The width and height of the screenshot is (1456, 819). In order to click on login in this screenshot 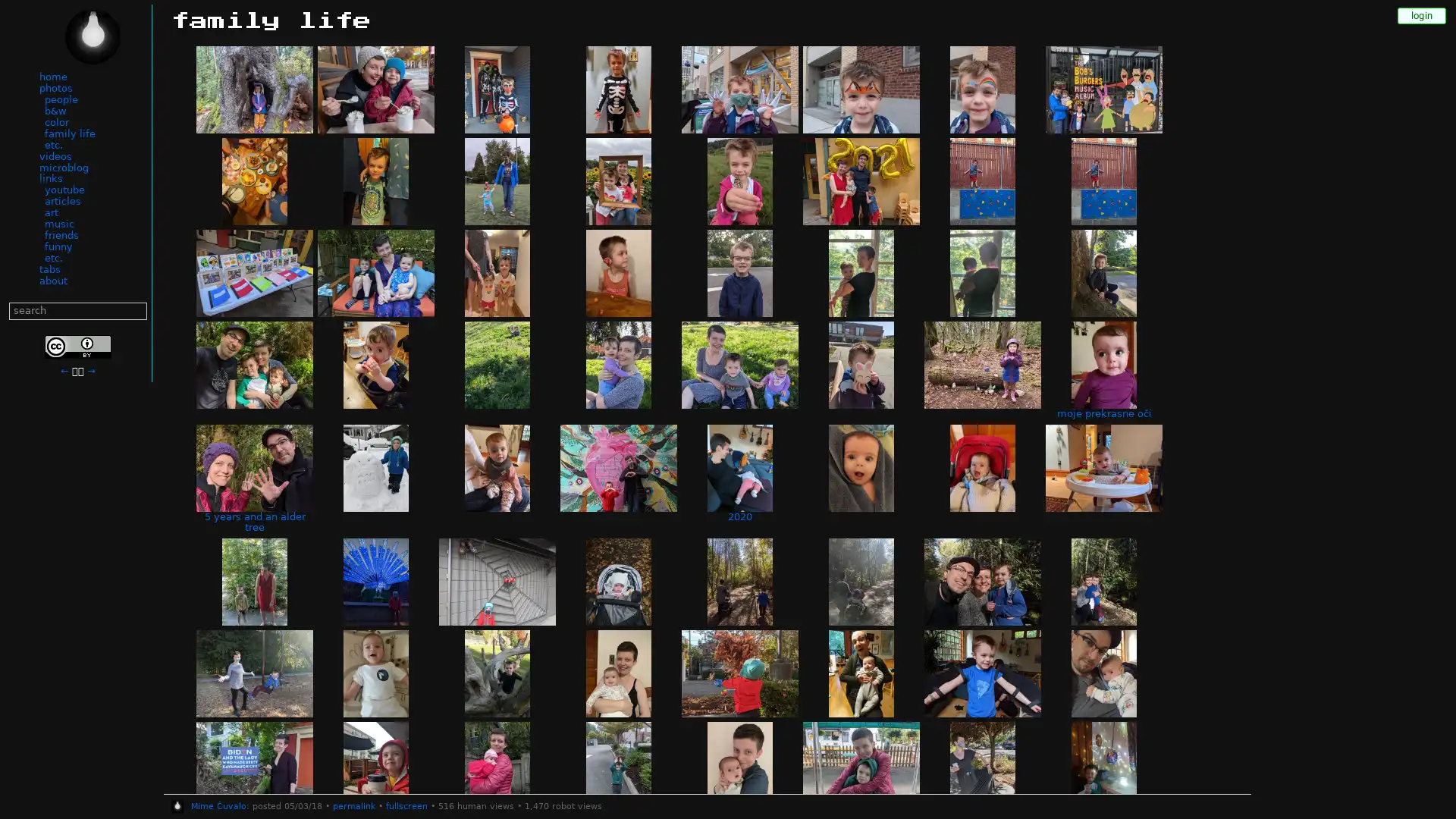, I will do `click(1421, 15)`.